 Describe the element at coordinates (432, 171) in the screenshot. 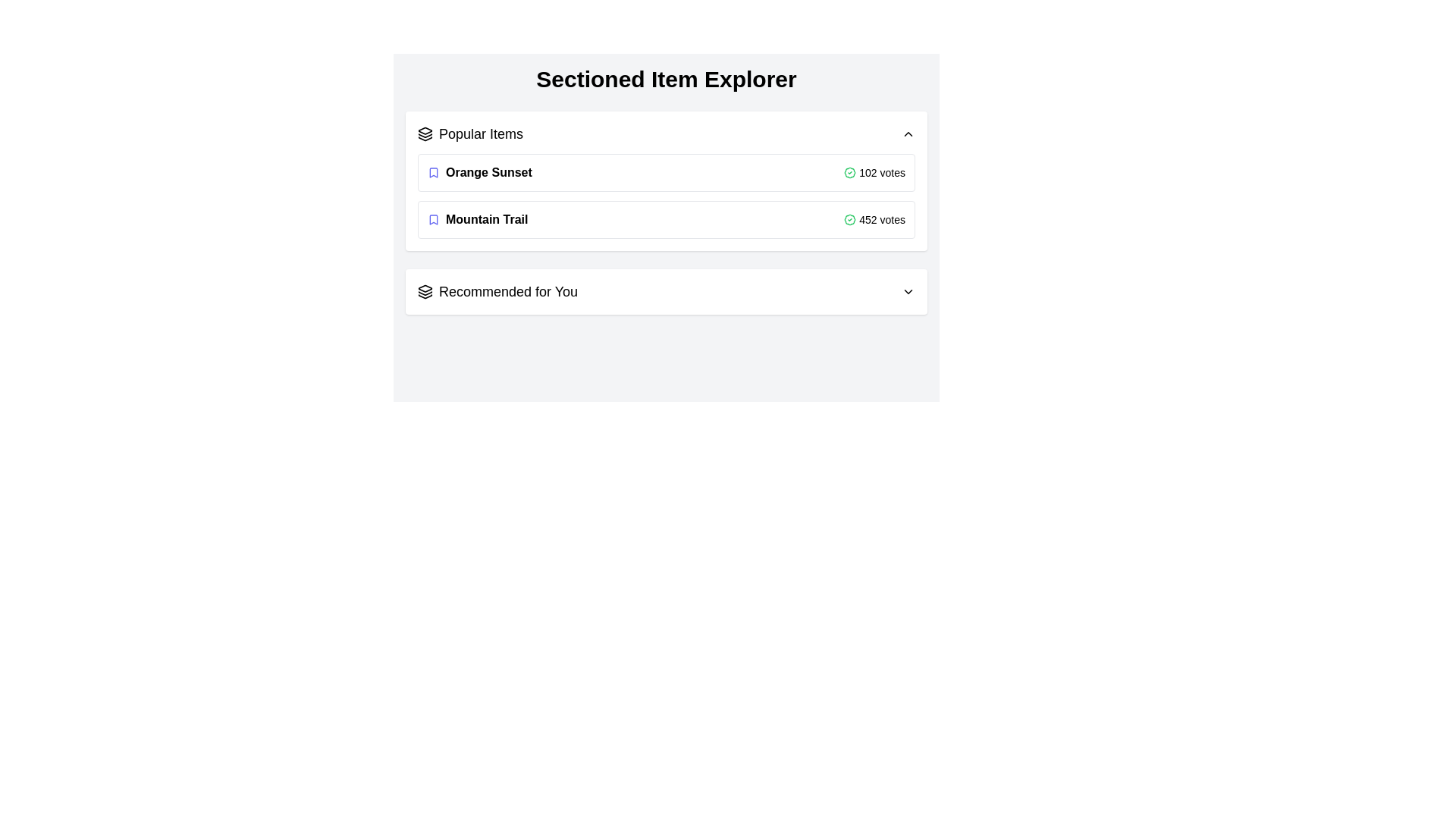

I see `the decorative bookmark icon located to the left of the bold text 'Orange Sunset' within the 'Popular Items' section` at that location.